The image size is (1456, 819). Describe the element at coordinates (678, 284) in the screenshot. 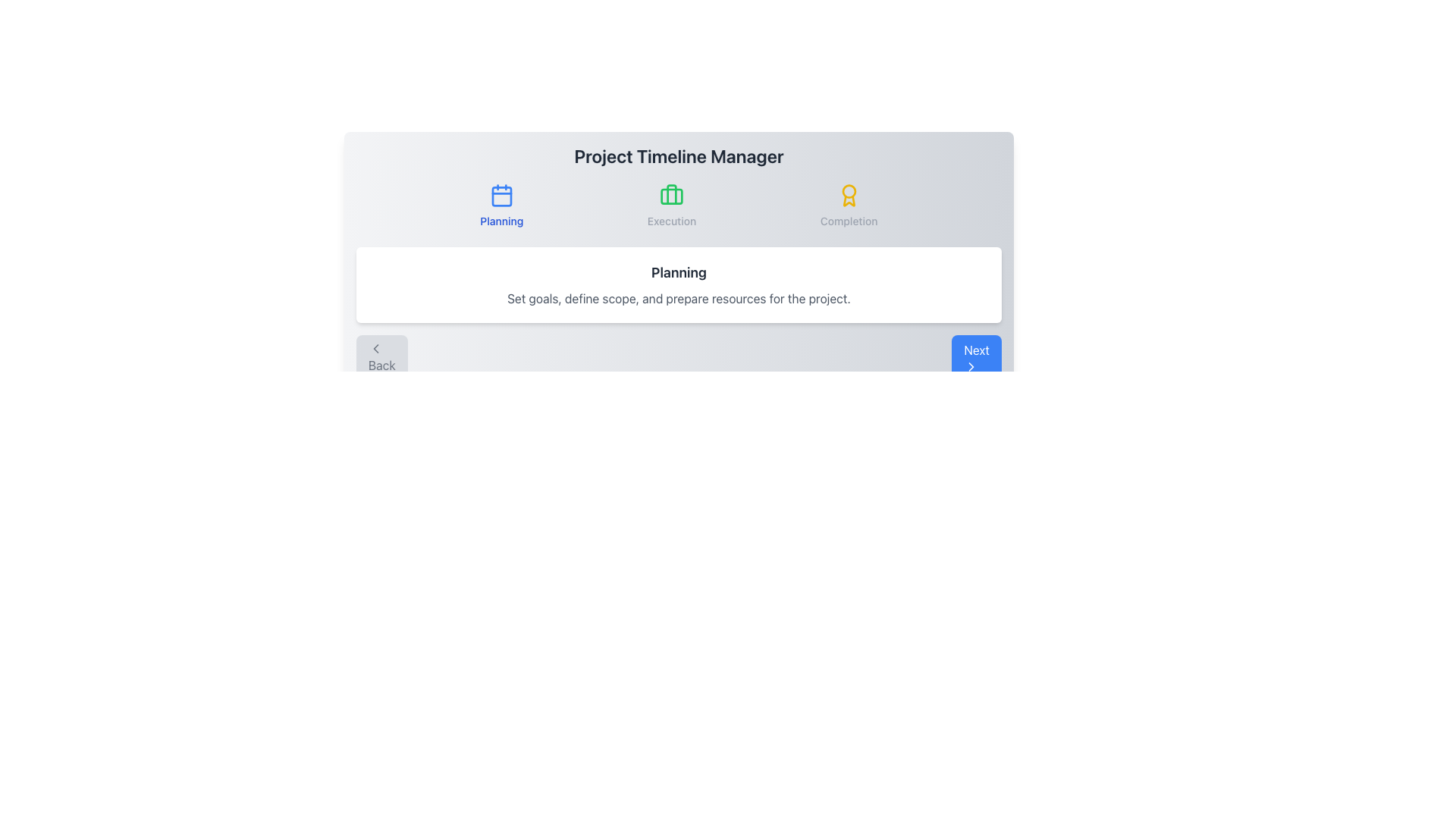

I see `text content of the 'Planning' stage summary text block located centrally below the navigation row in the 'Project Timeline Manager' component` at that location.